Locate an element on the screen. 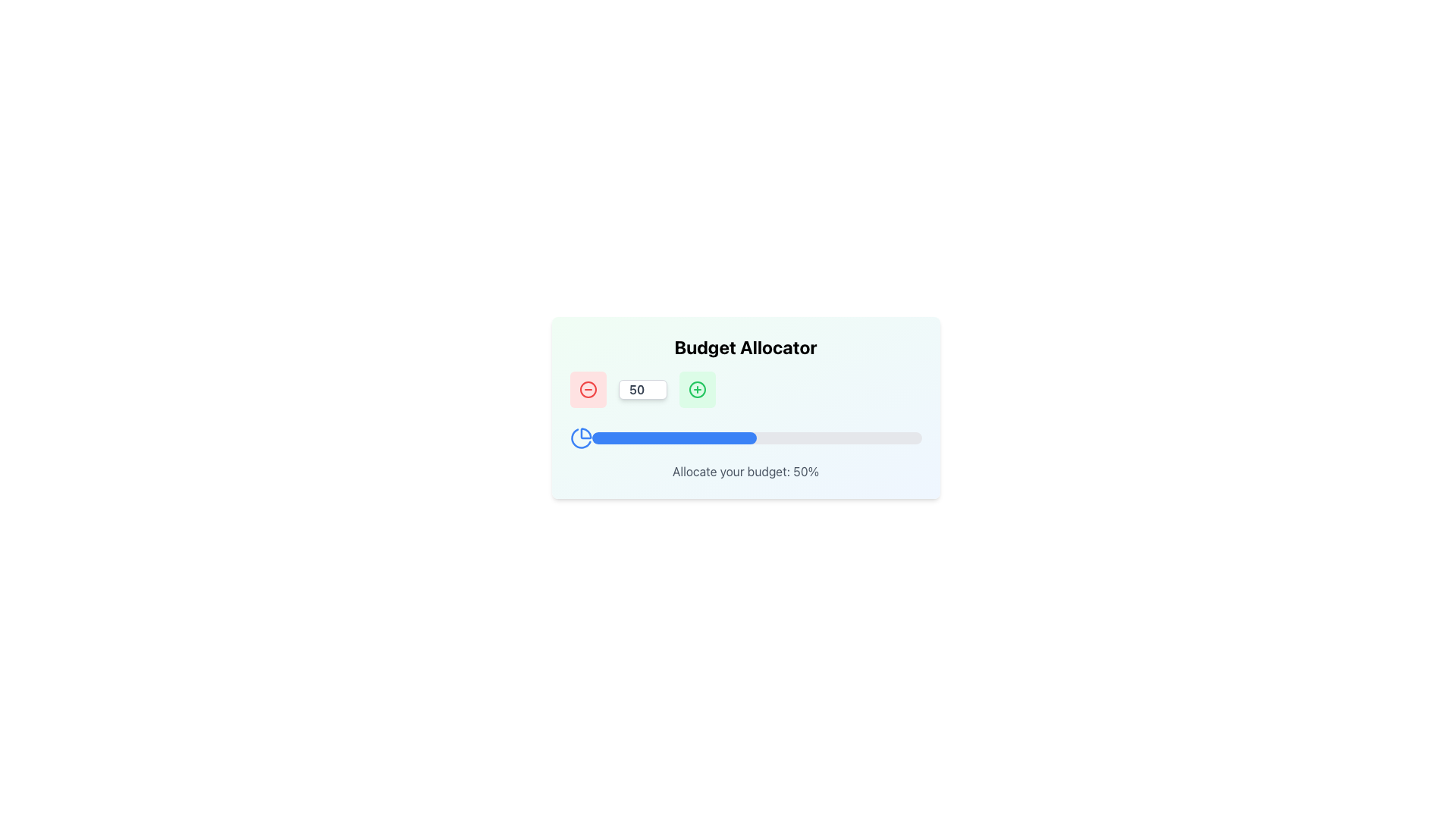  the minus icon, a circular graphic component located to the left of a numerical input and a '+' button is located at coordinates (587, 388).